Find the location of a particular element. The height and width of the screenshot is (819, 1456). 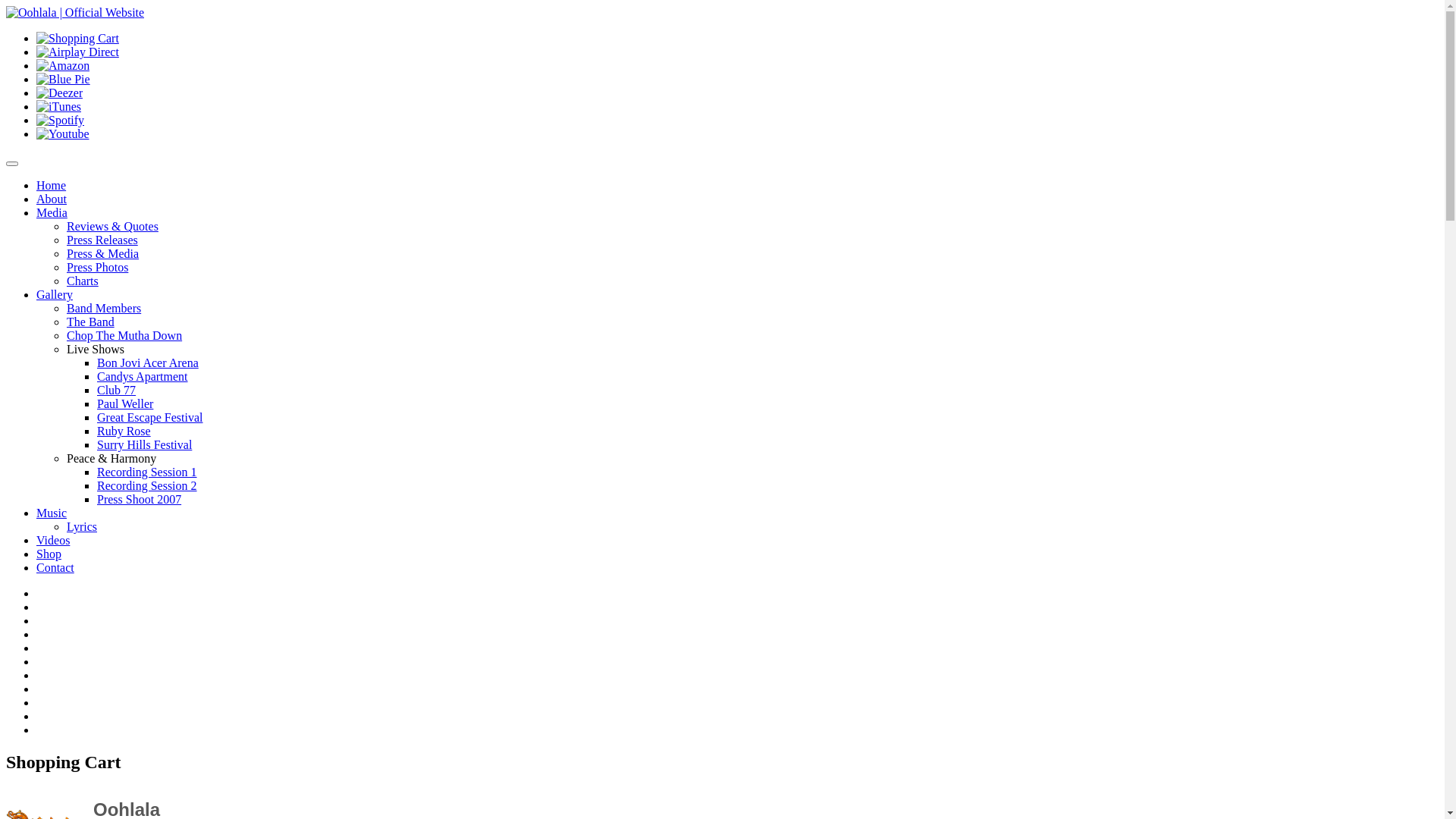

'iTunes' is located at coordinates (36, 106).